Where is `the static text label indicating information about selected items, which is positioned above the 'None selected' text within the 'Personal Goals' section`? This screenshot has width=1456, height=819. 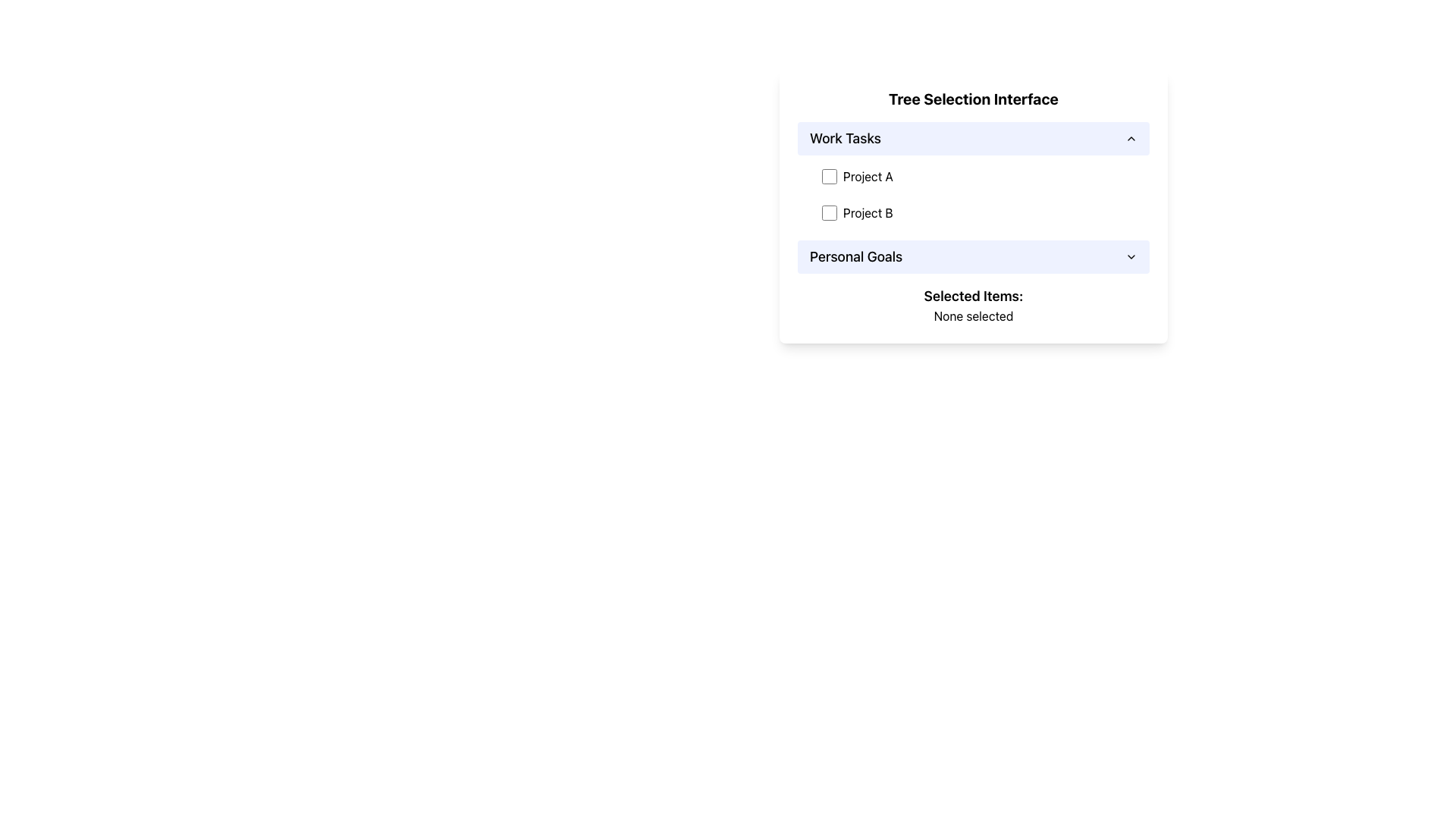 the static text label indicating information about selected items, which is positioned above the 'None selected' text within the 'Personal Goals' section is located at coordinates (973, 296).